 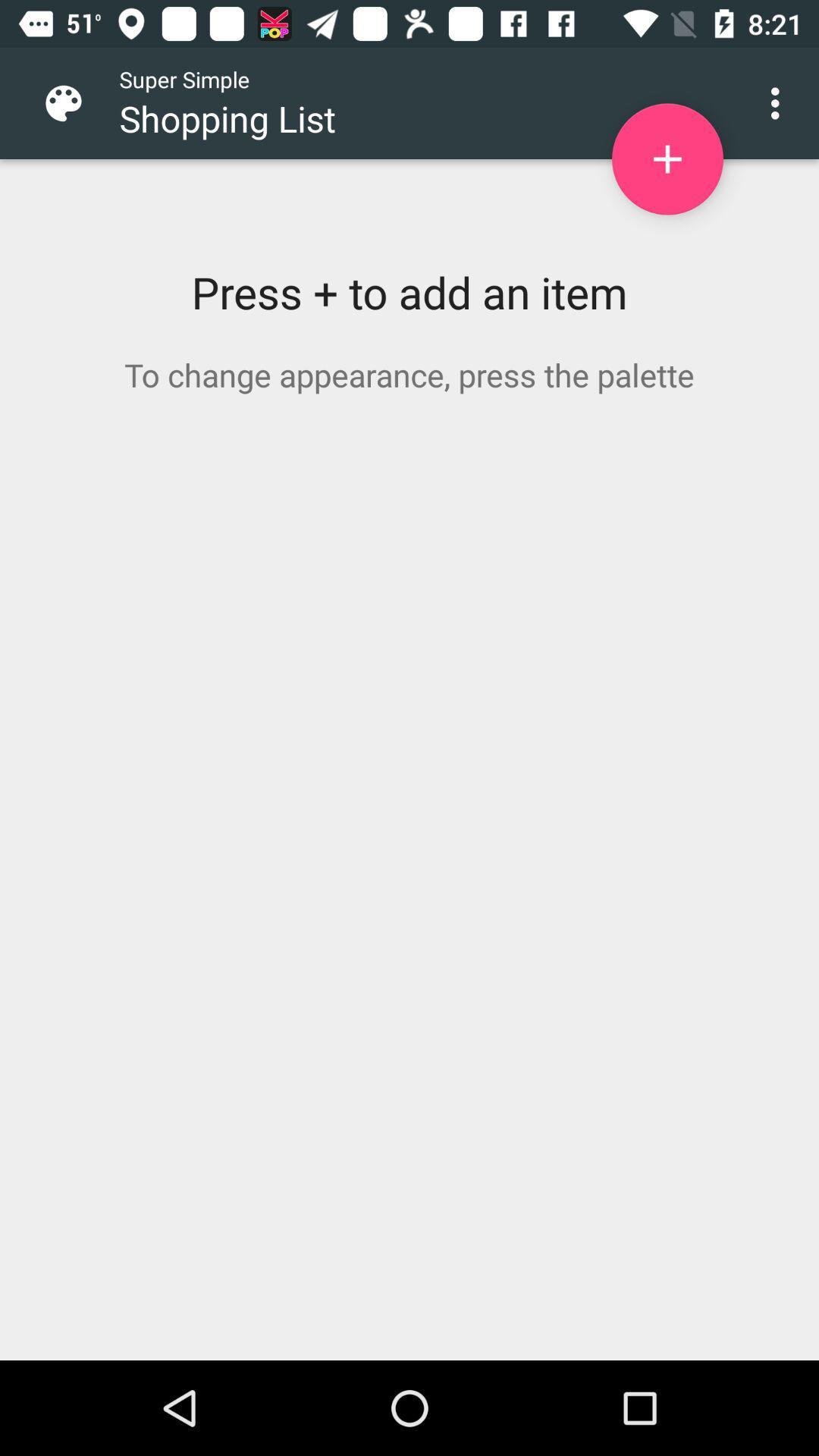 What do you see at coordinates (667, 159) in the screenshot?
I see `the add icon` at bounding box center [667, 159].